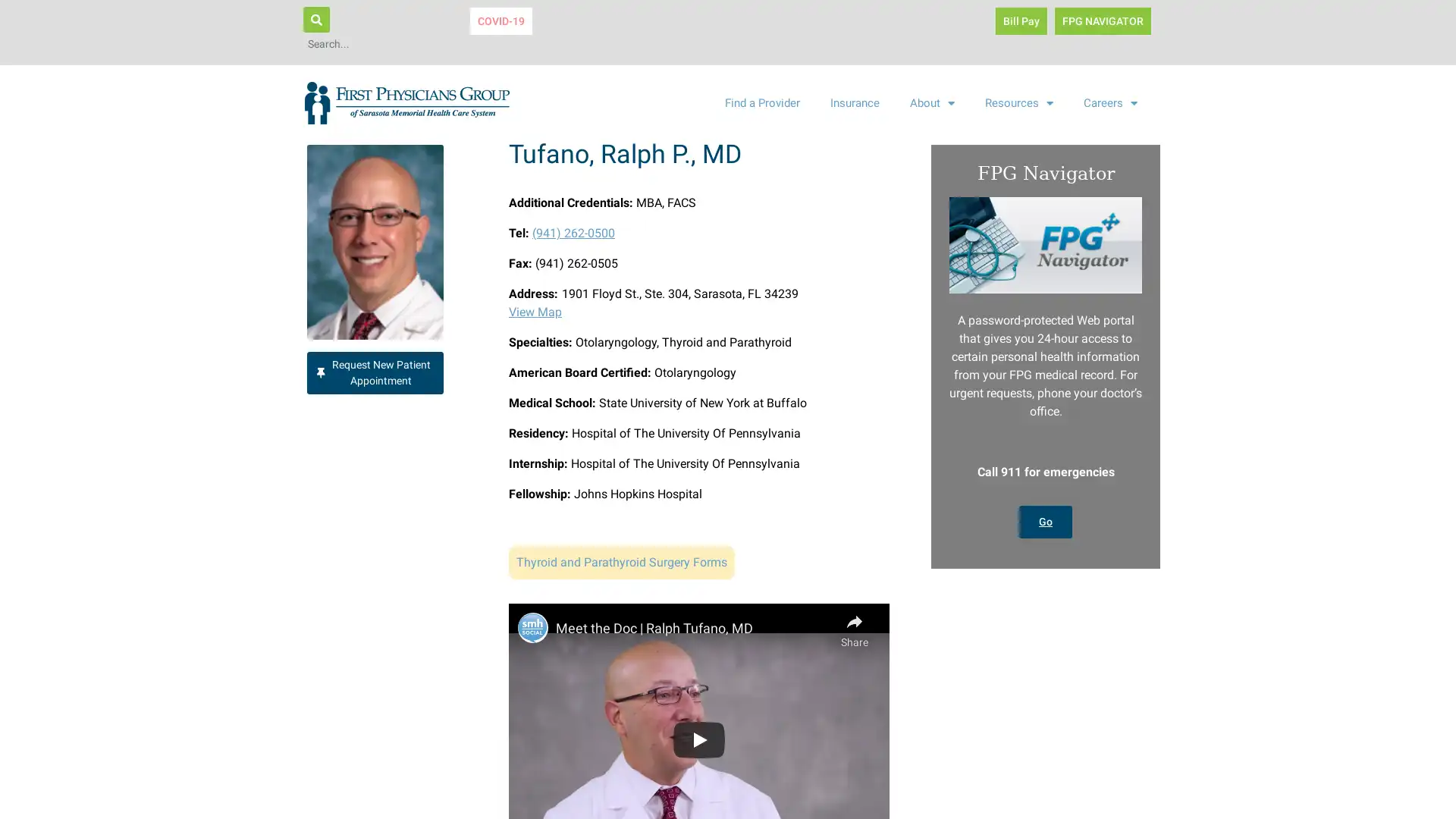 This screenshot has width=1456, height=819. Describe the element at coordinates (1102, 20) in the screenshot. I see `FPG NAVIGATOR` at that location.